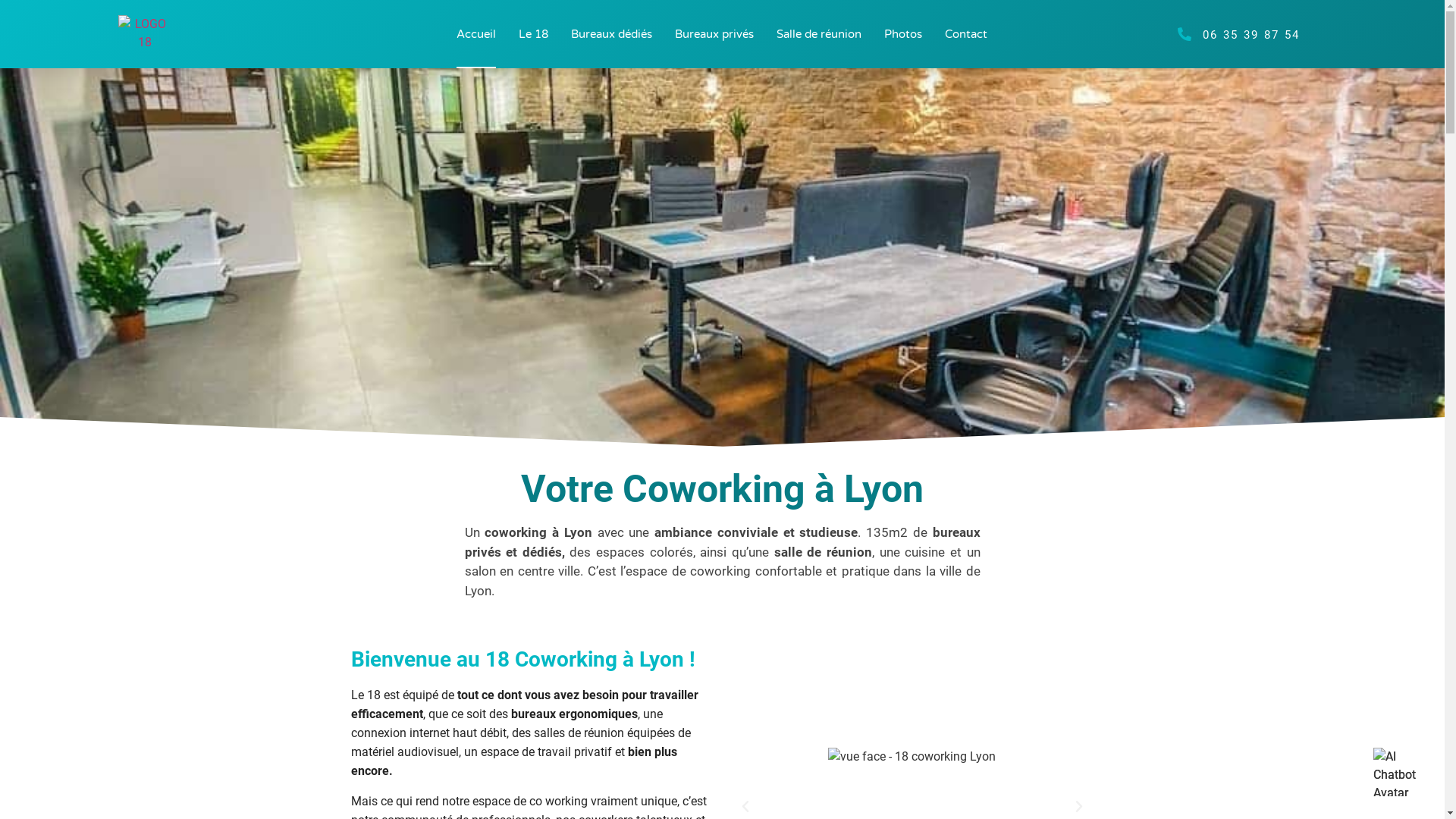 The image size is (1456, 819). Describe the element at coordinates (944, 34) in the screenshot. I see `'Contact'` at that location.